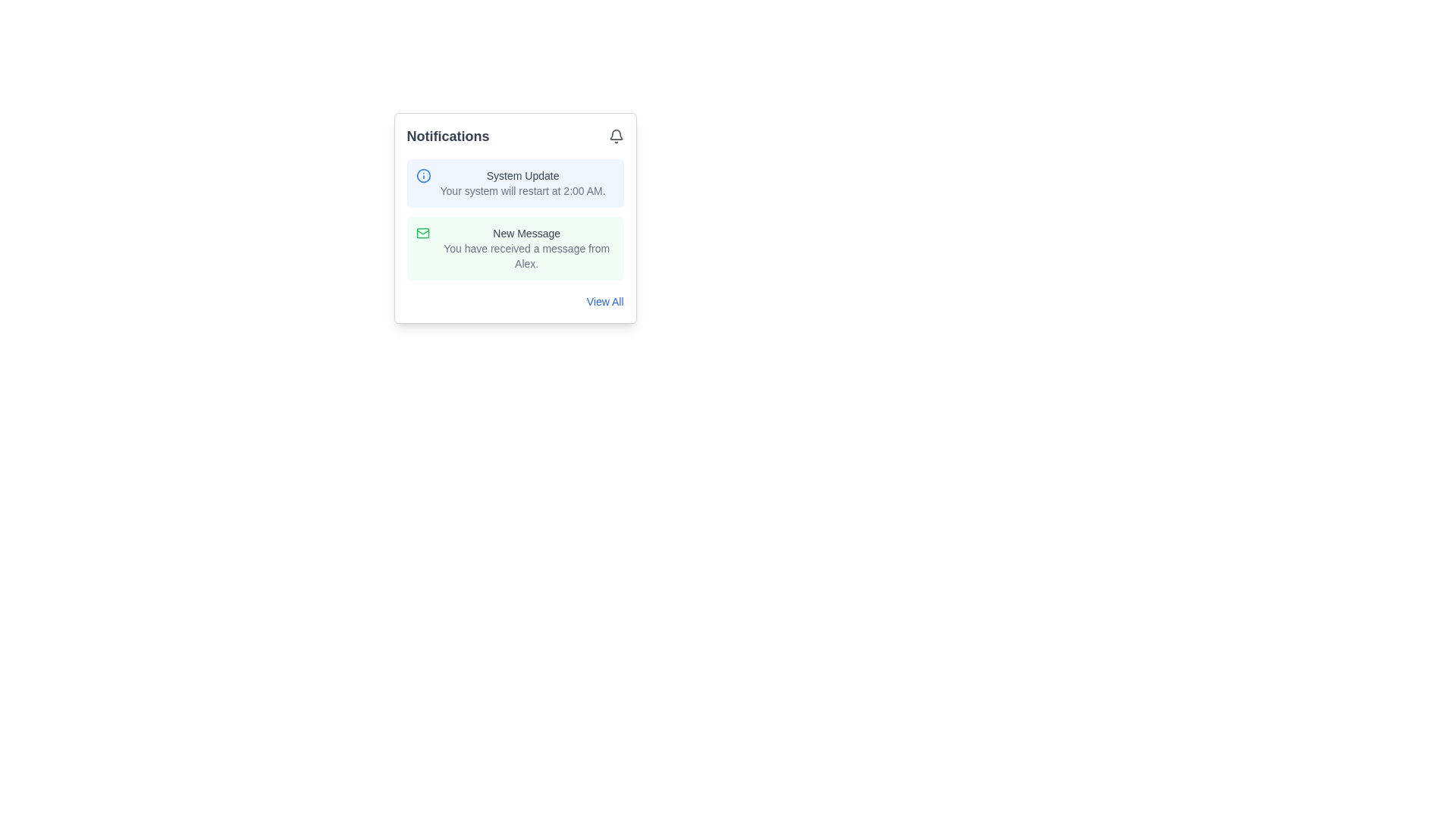 The image size is (1456, 819). What do you see at coordinates (447, 136) in the screenshot?
I see `the heading label of the notification card, which is positioned at the top-left corner of the card with a bell icon to its right` at bounding box center [447, 136].